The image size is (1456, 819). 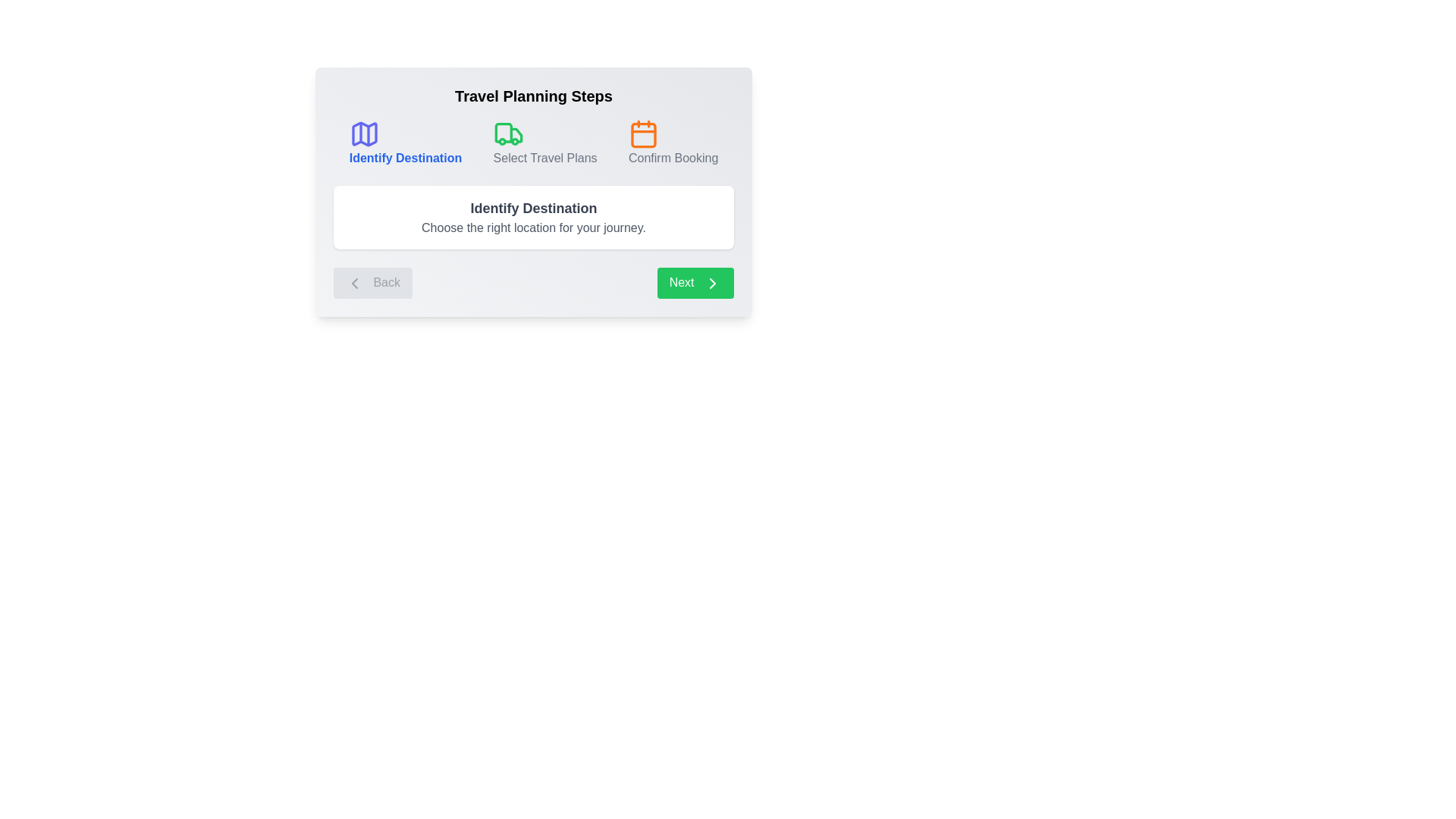 What do you see at coordinates (508, 133) in the screenshot?
I see `the truck icon with a green outline located under 'Select Travel Plans' in the top navigation bar labeled 'Travel Planning Steps'` at bounding box center [508, 133].